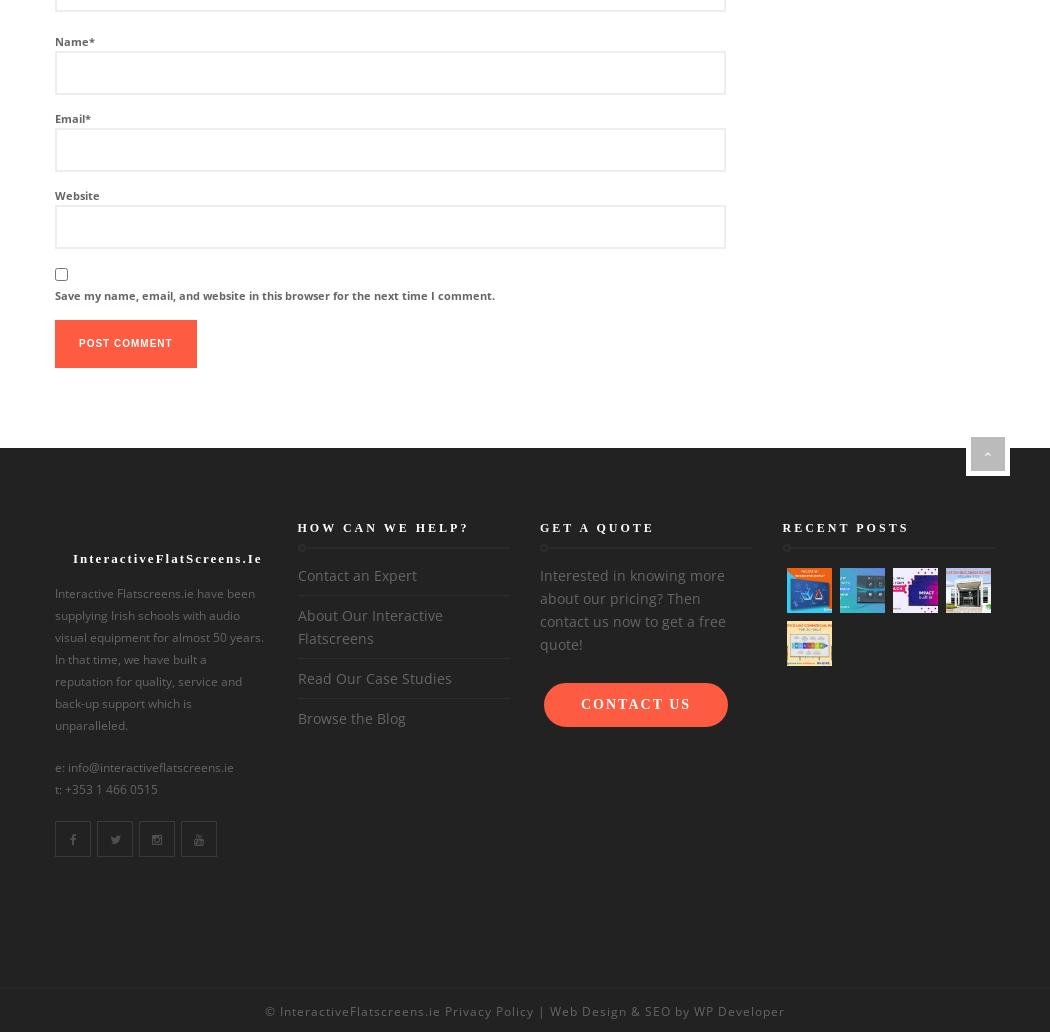  What do you see at coordinates (150, 766) in the screenshot?
I see `'info@interactiveflatscreens.ie'` at bounding box center [150, 766].